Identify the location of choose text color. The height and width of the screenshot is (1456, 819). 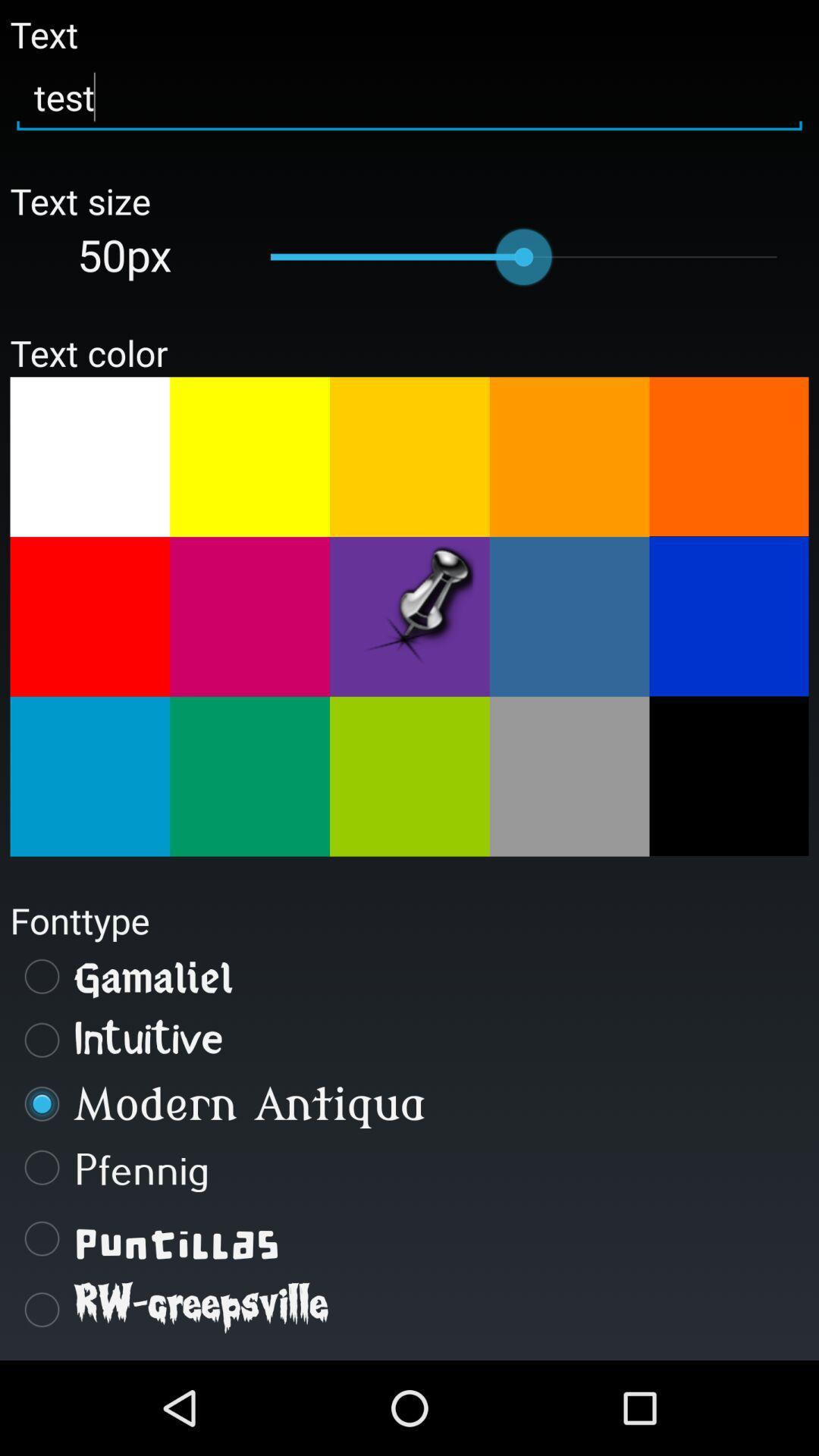
(89, 777).